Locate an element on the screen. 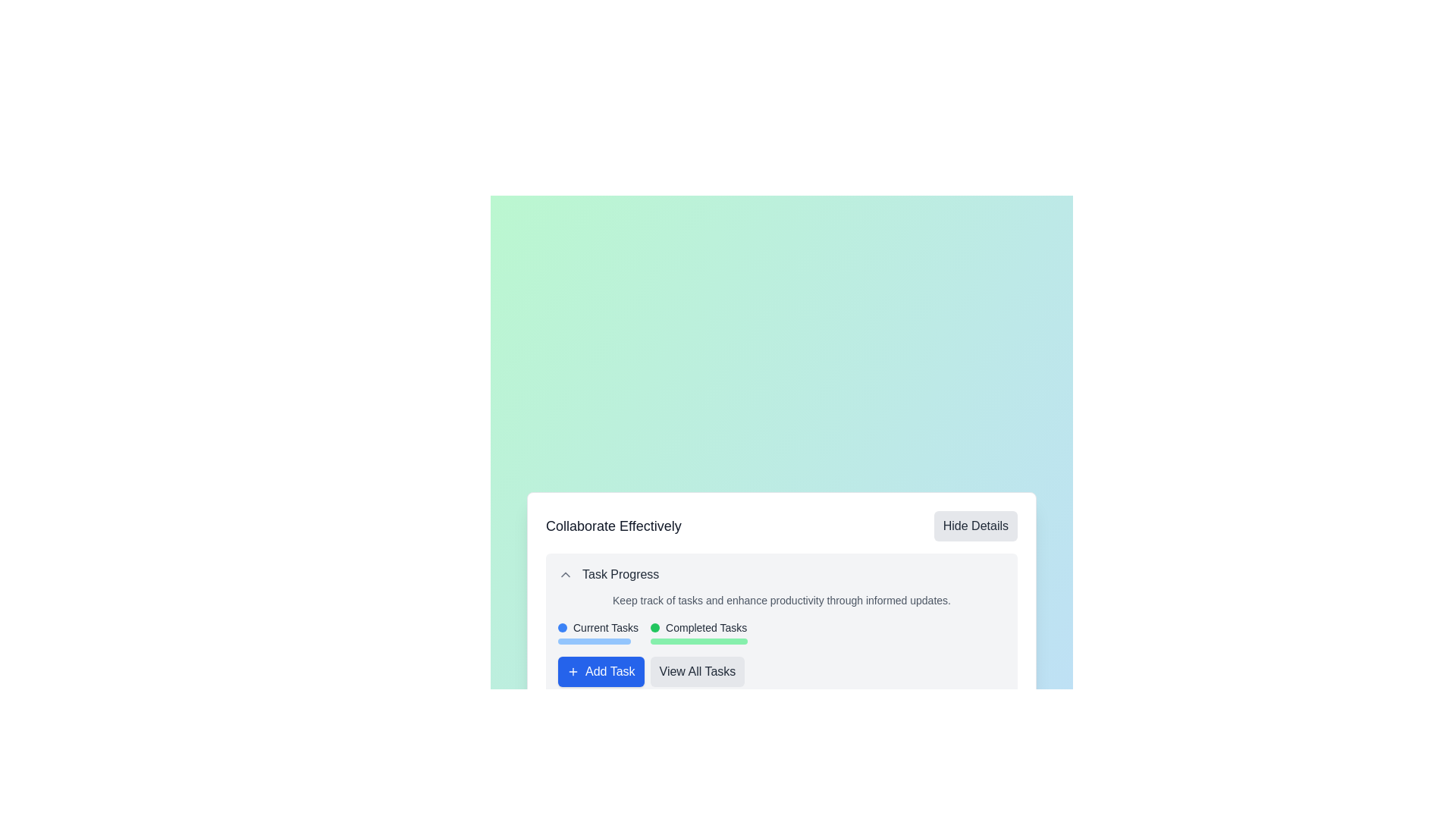 The width and height of the screenshot is (1456, 819). the progress indicator represented by the text label and associated status indicator located directly to the right of the 'Current Tasks' element is located at coordinates (698, 632).